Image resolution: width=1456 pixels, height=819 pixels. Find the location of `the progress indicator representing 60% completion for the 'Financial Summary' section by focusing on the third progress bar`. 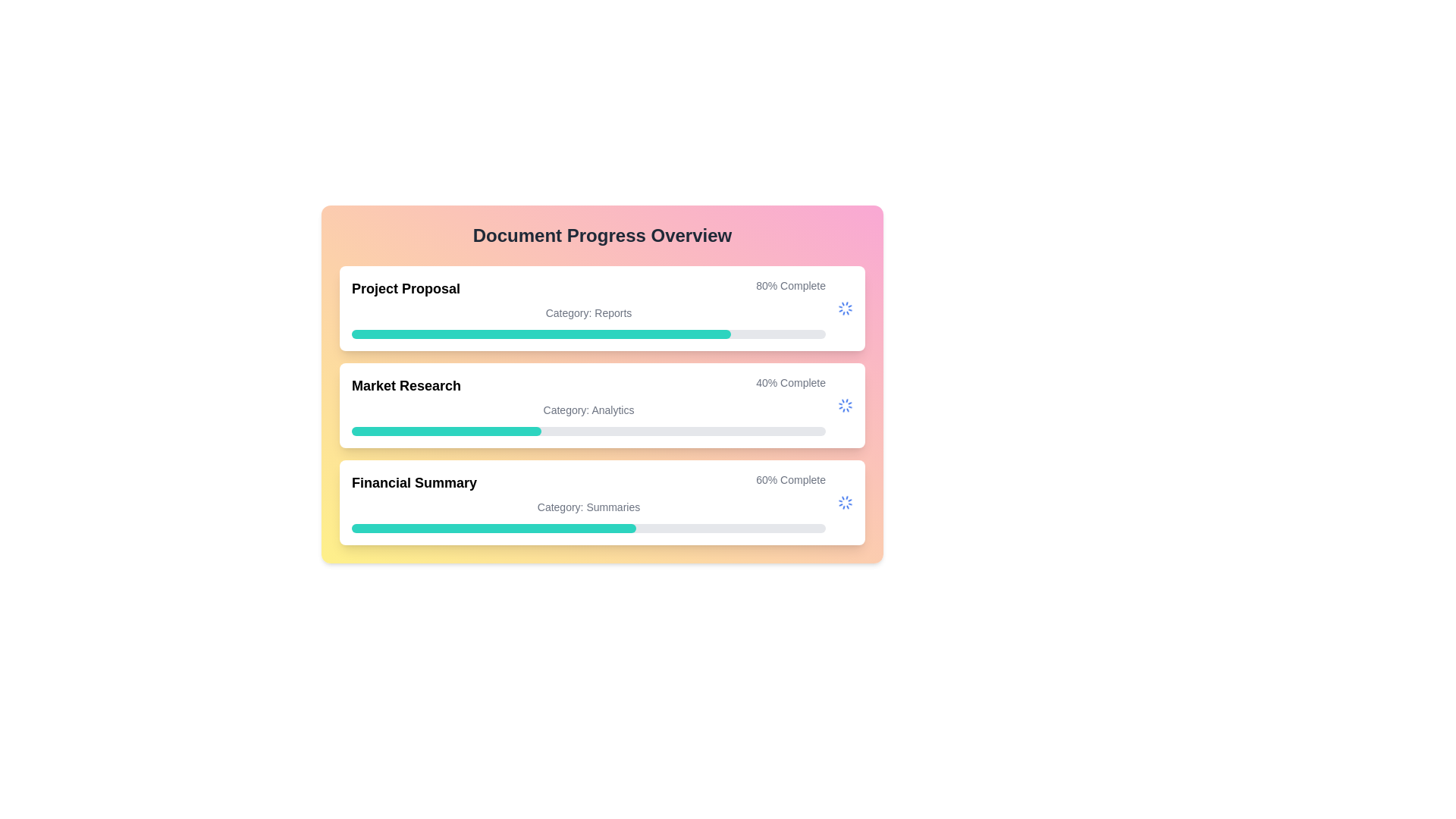

the progress indicator representing 60% completion for the 'Financial Summary' section by focusing on the third progress bar is located at coordinates (494, 528).